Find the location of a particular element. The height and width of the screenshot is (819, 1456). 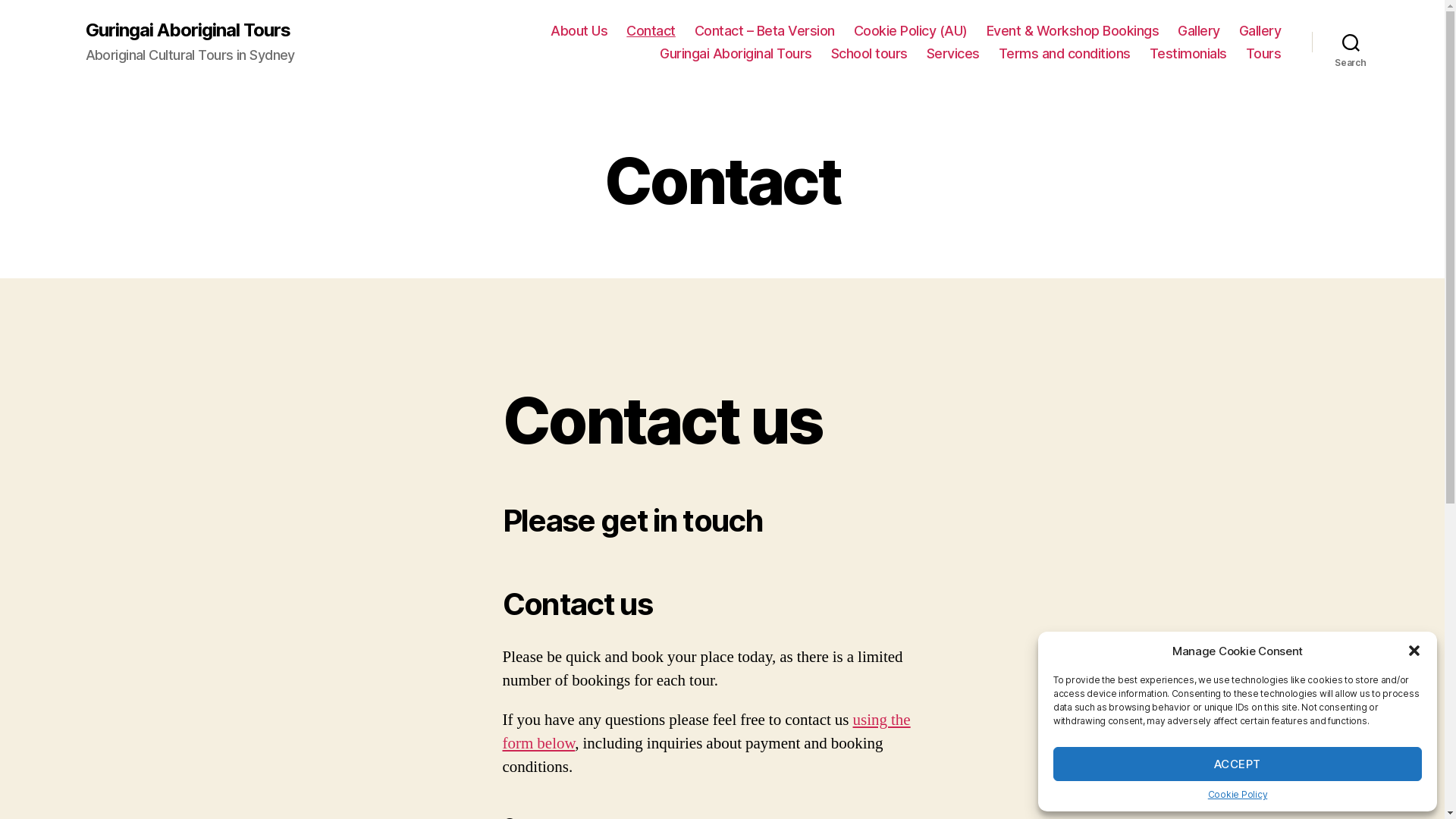

'Cookie Policy' is located at coordinates (1207, 793).